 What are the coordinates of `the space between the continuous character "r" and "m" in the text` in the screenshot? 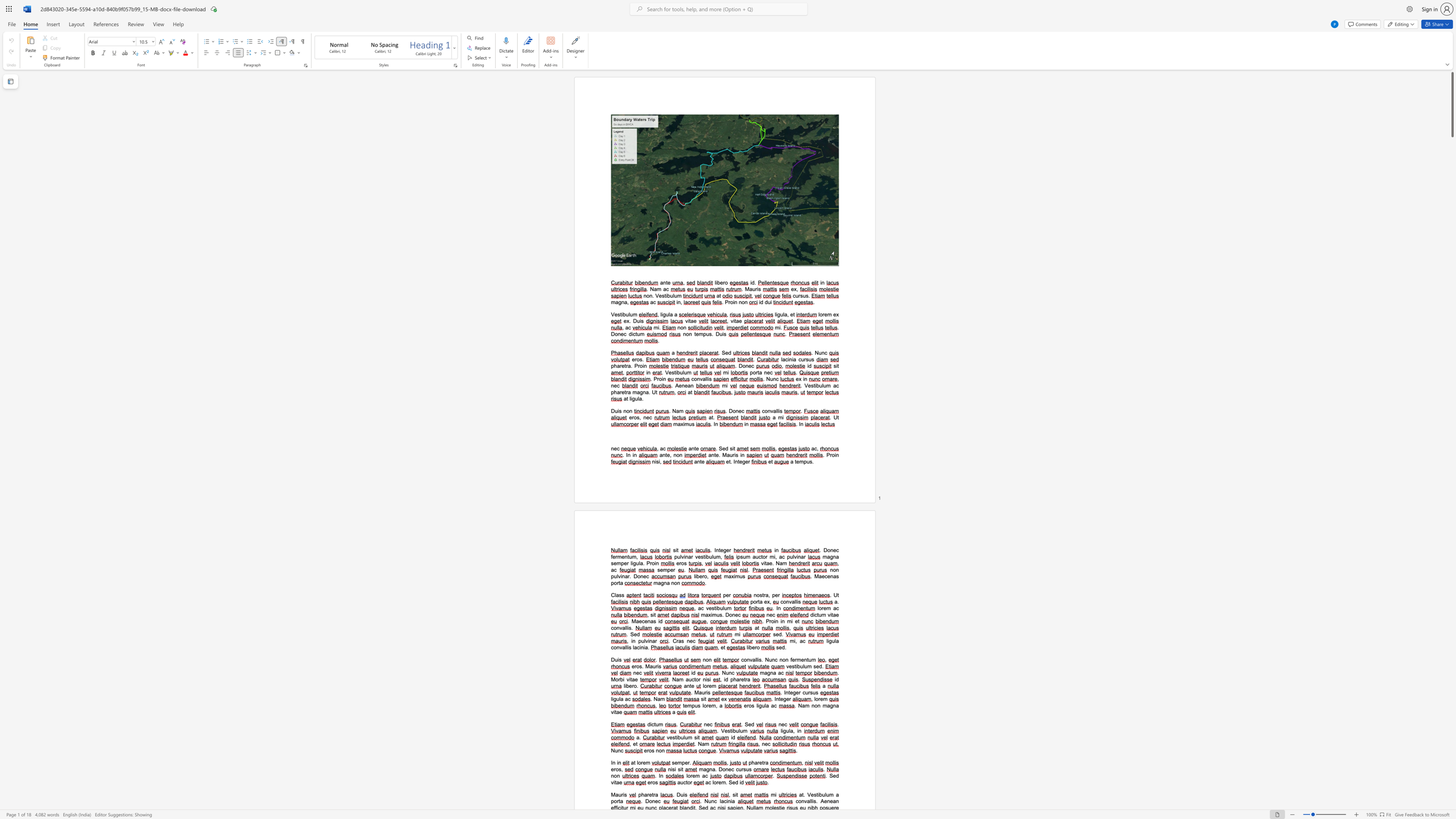 It's located at (617, 557).